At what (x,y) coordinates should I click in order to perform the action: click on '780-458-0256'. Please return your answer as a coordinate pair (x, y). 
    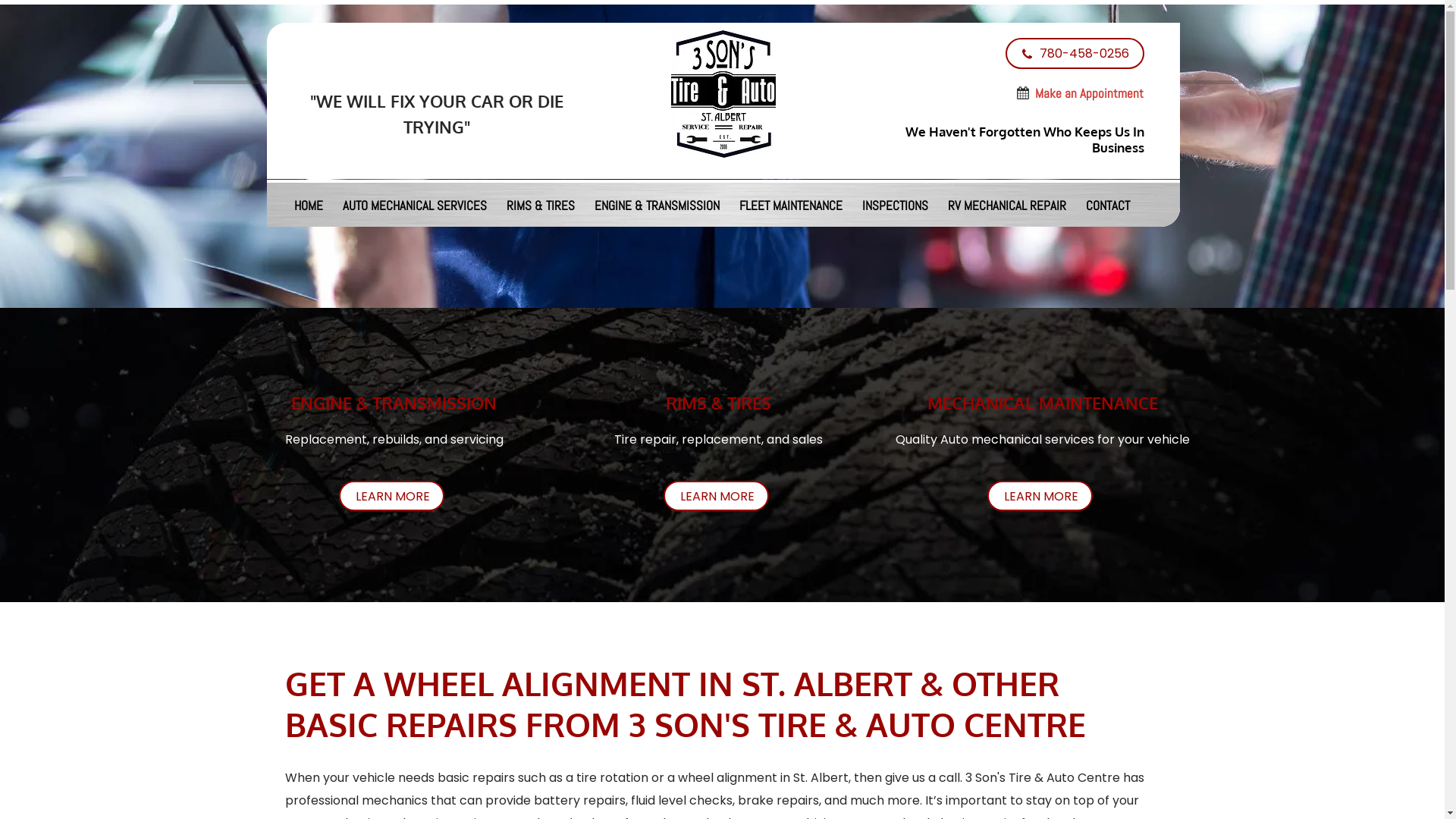
    Looking at the image, I should click on (1005, 52).